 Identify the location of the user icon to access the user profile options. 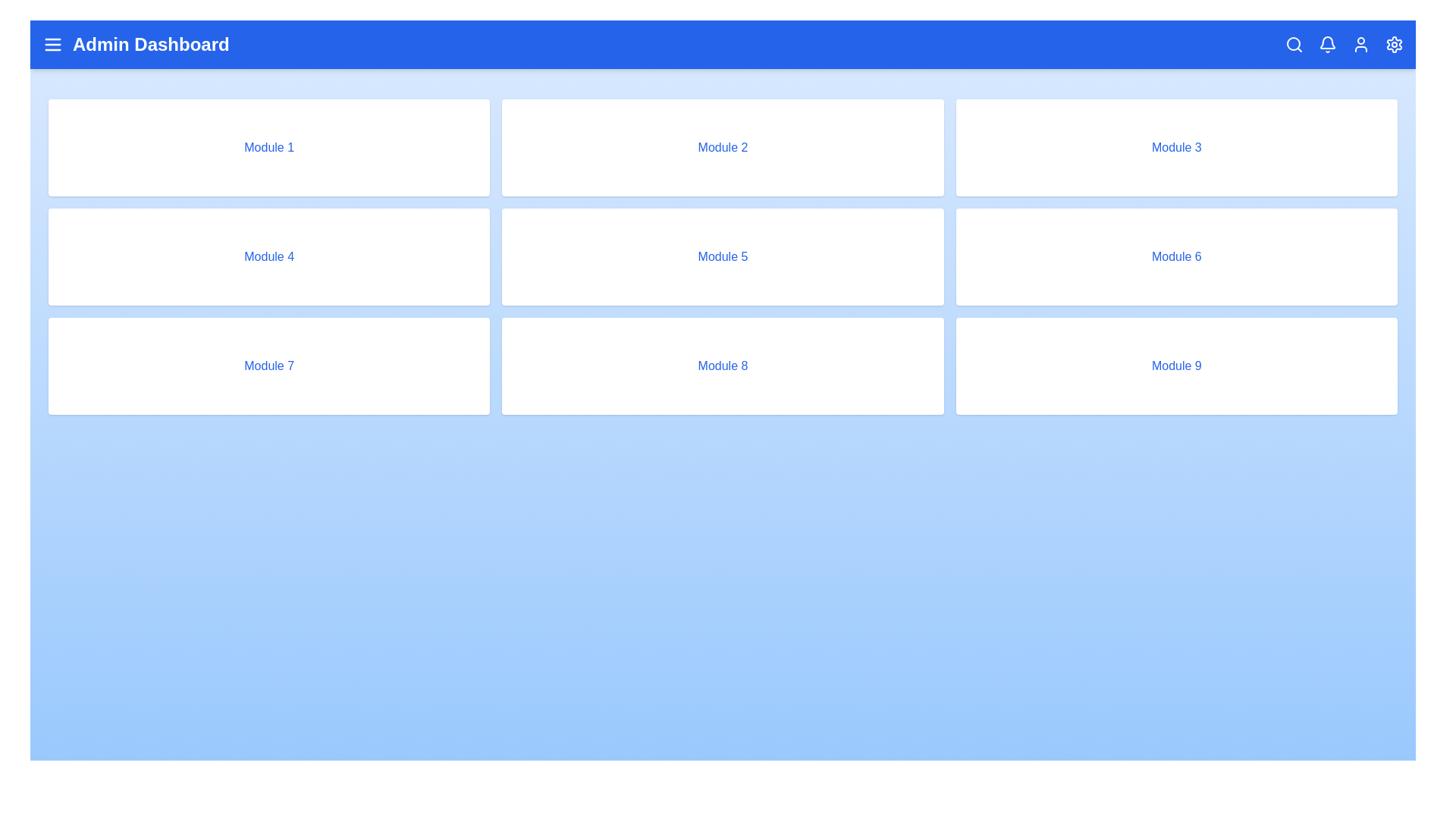
(1361, 43).